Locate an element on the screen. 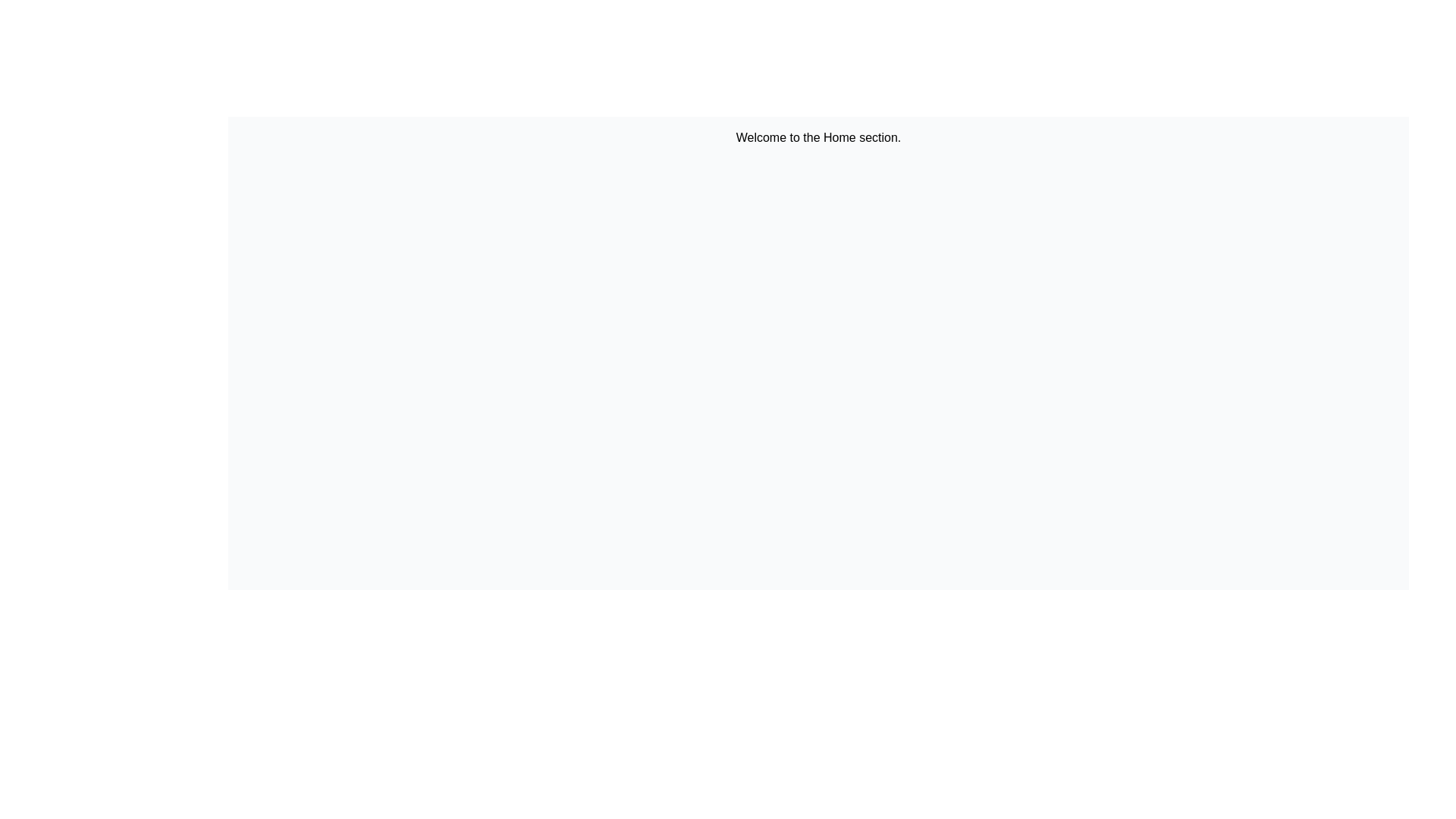  the static text element displaying 'Welcome to the Home section.' which is positioned at the top of the interface is located at coordinates (817, 137).